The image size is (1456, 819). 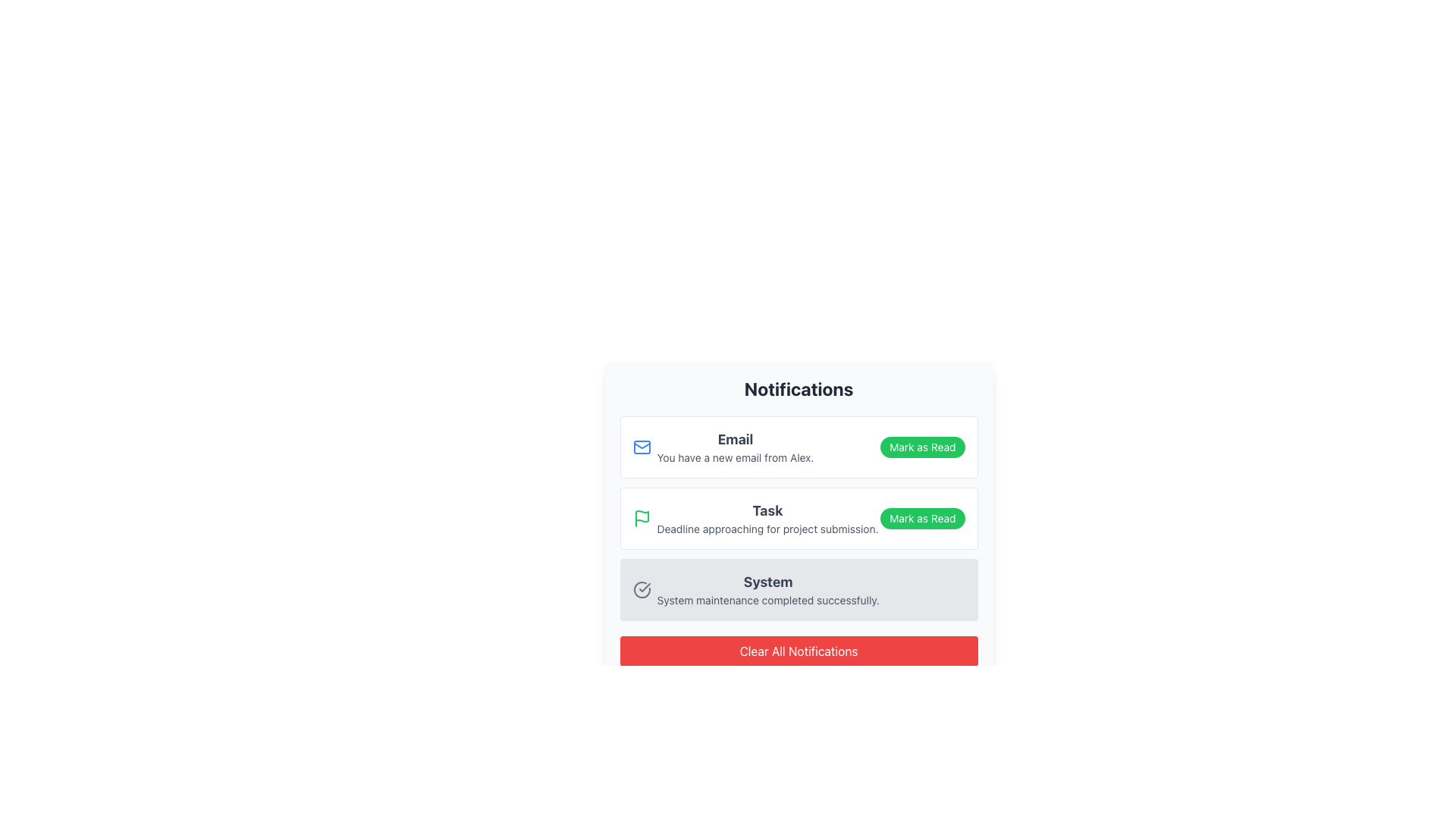 What do you see at coordinates (798, 517) in the screenshot?
I see `information displayed in the second notification card labeled 'Task' which indicates 'Deadline approaching for project submission.'` at bounding box center [798, 517].